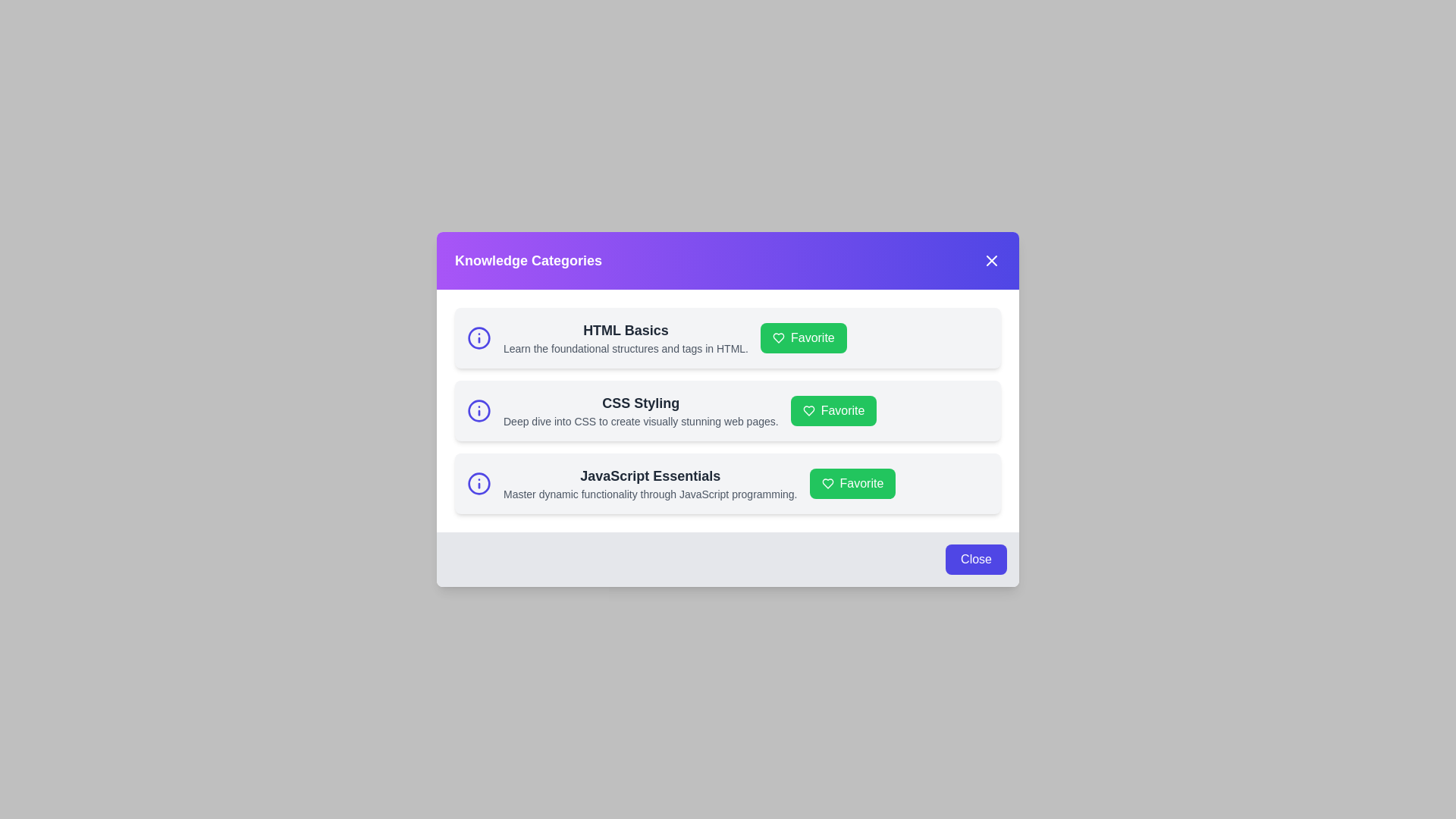  I want to click on the center of the green heart icon located to the left of the 'Favorite' button in the second row of the list of items, so click(808, 411).